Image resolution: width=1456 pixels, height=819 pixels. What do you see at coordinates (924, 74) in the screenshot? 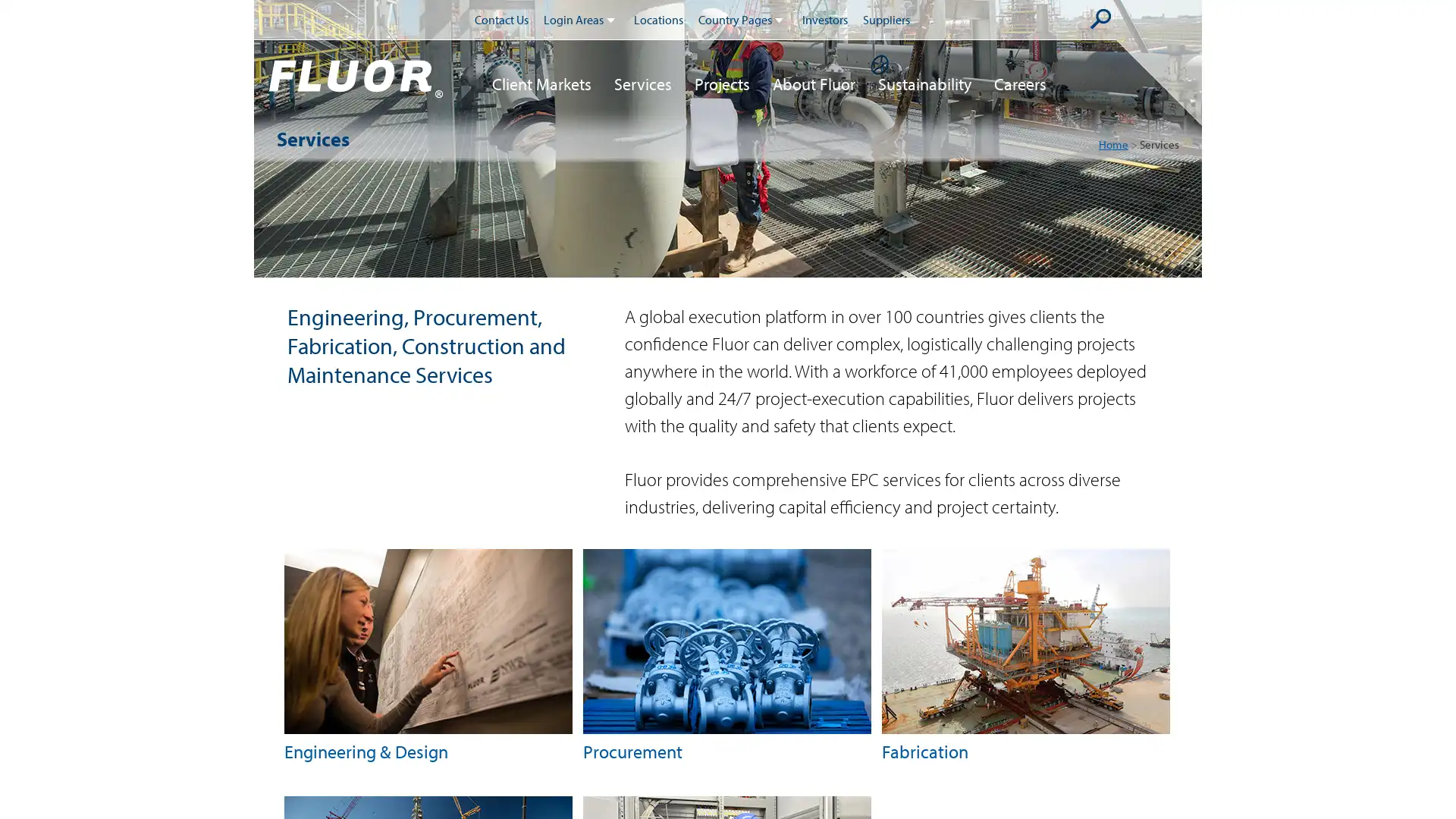
I see `Sustainability` at bounding box center [924, 74].